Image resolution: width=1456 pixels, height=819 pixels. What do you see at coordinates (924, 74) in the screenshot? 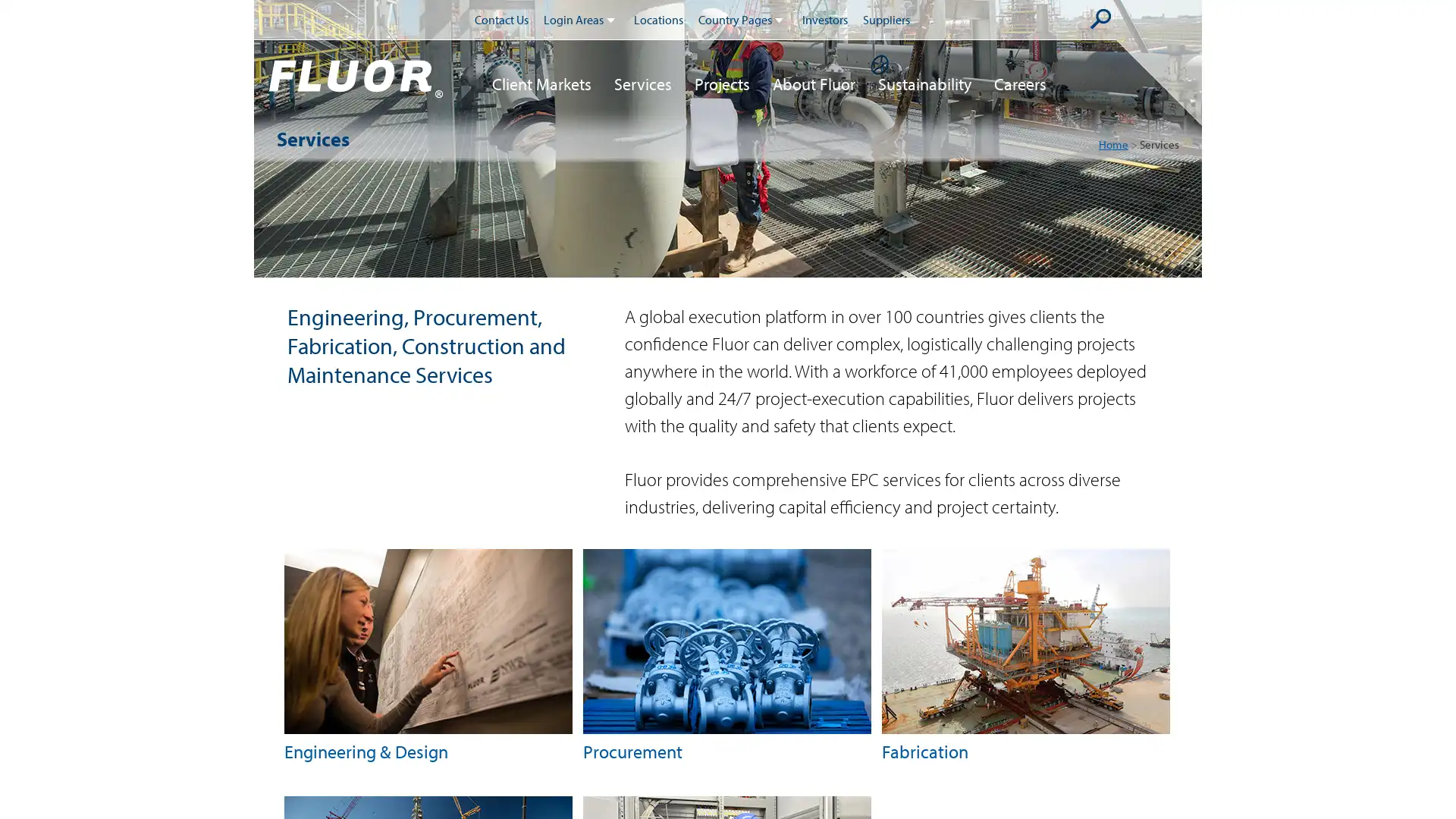
I see `Sustainability` at bounding box center [924, 74].